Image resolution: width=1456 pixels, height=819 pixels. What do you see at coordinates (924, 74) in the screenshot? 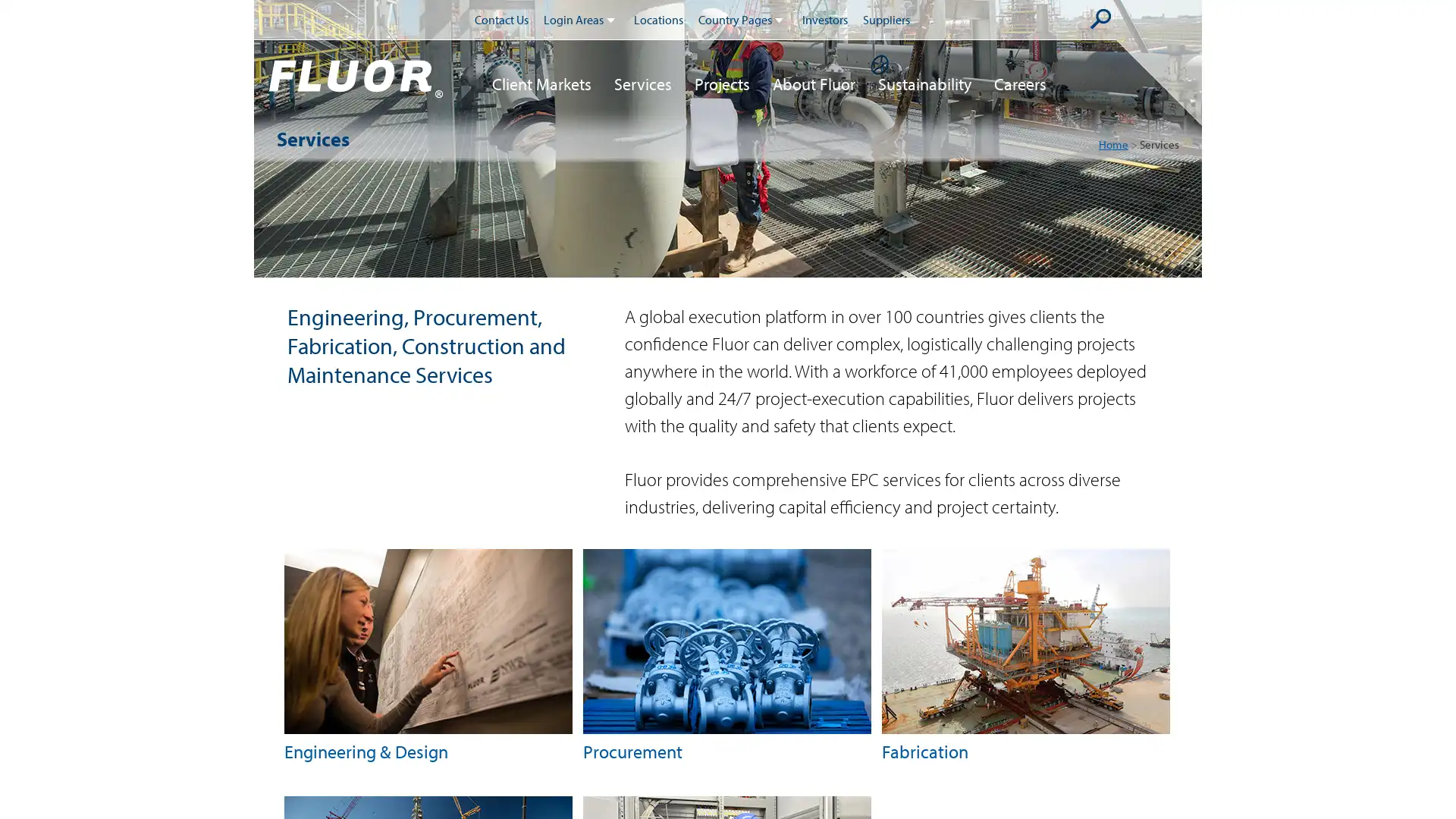
I see `Sustainability` at bounding box center [924, 74].